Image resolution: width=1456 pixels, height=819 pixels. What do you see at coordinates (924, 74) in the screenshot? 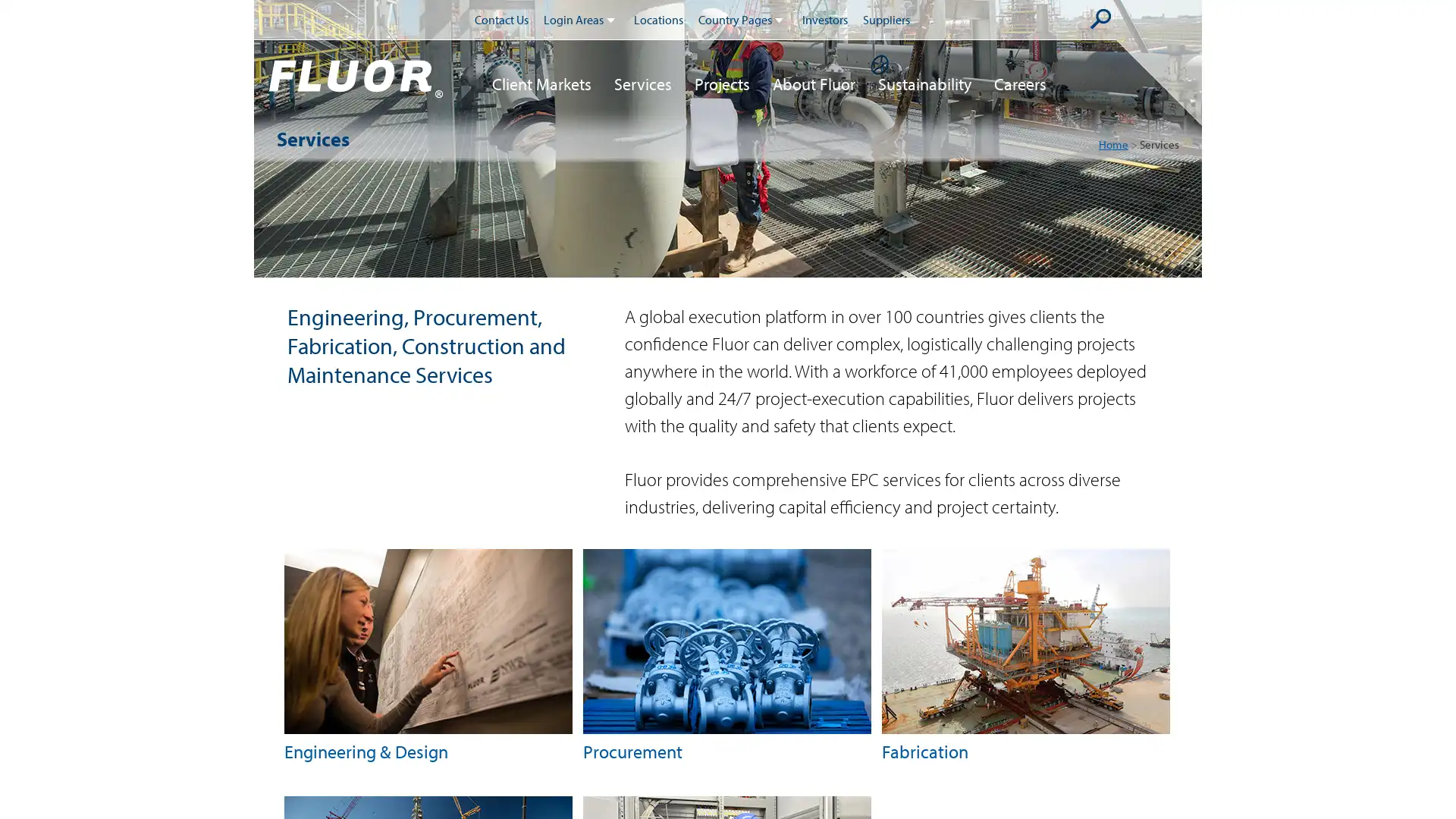
I see `Sustainability` at bounding box center [924, 74].